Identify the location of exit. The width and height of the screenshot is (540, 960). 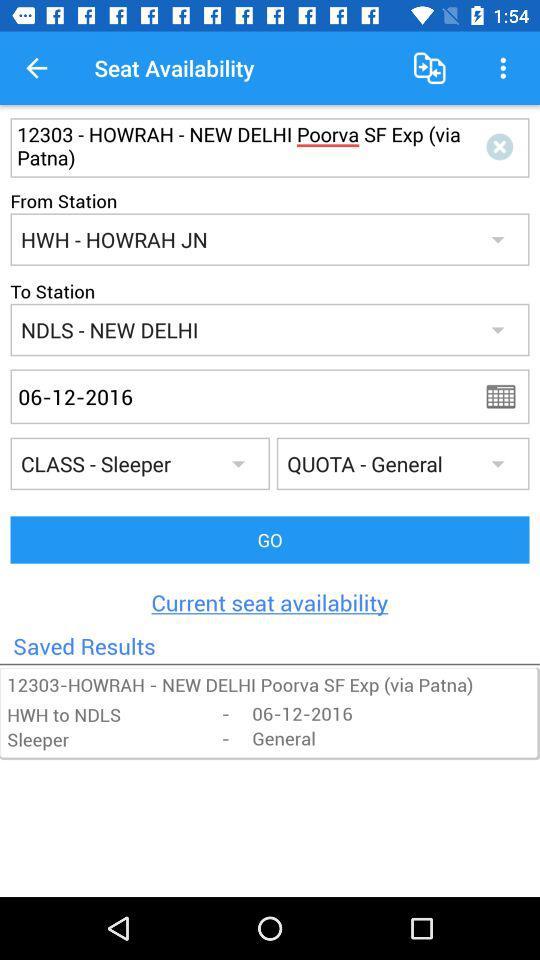
(502, 146).